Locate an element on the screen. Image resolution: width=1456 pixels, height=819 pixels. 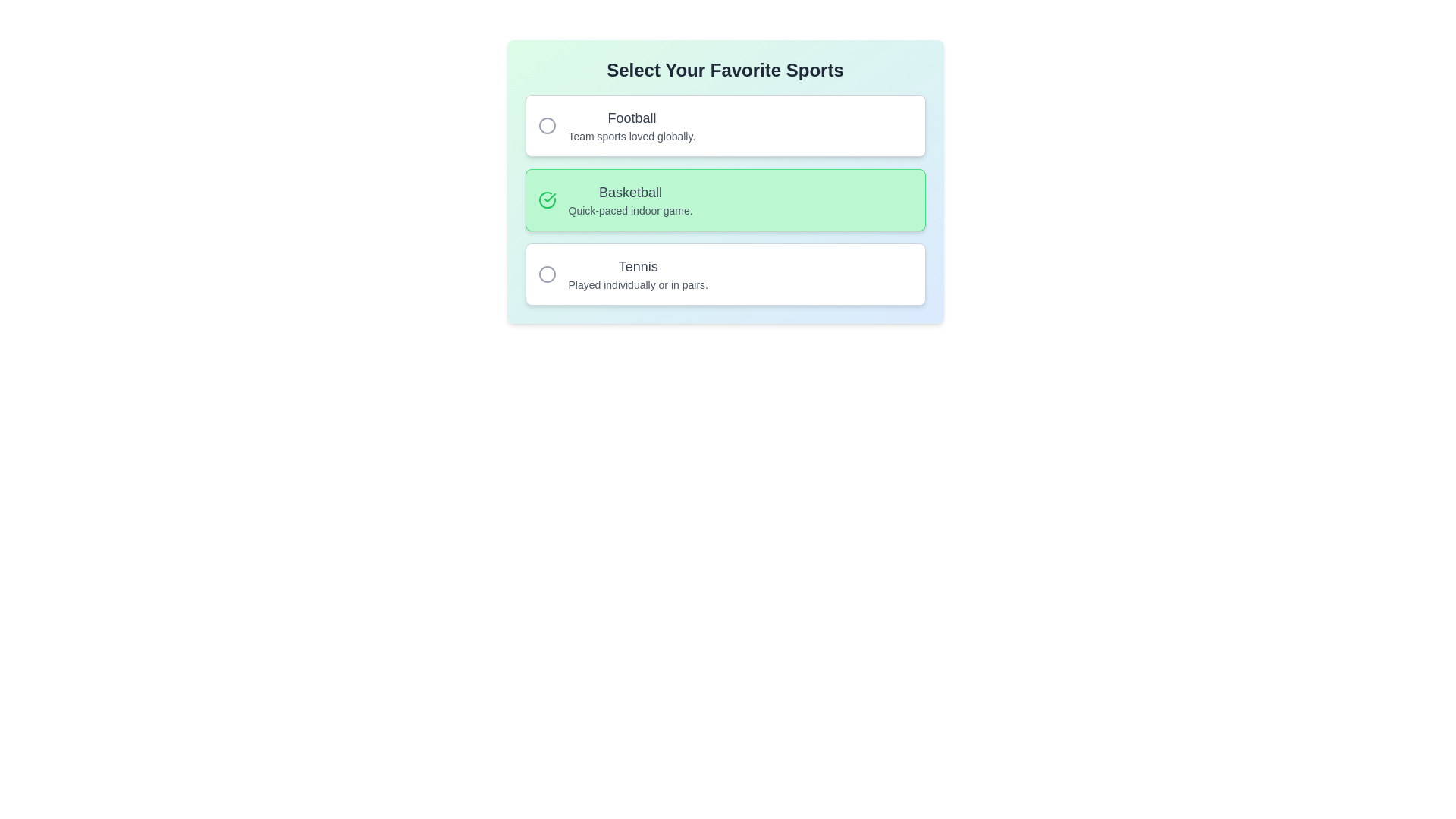
text displayed in the two-line text block that says 'Football' in bold dark gray and 'Team sports loved globally.' in a smaller light color, located beneath a circular radio button in the top option of the vertical list of sports is located at coordinates (632, 124).